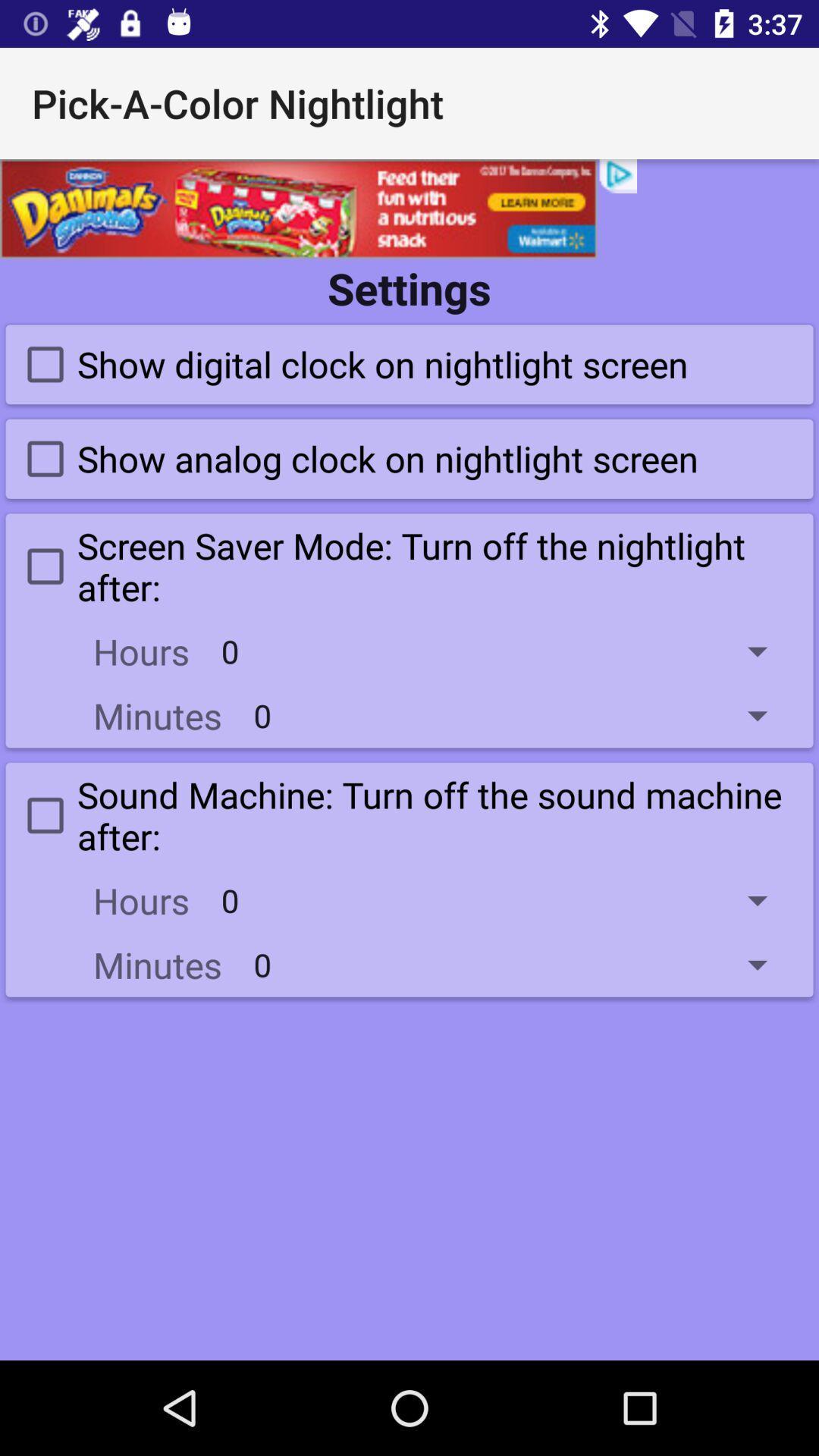 The image size is (819, 1456). I want to click on the 0 field above the sound machine, so click(520, 714).